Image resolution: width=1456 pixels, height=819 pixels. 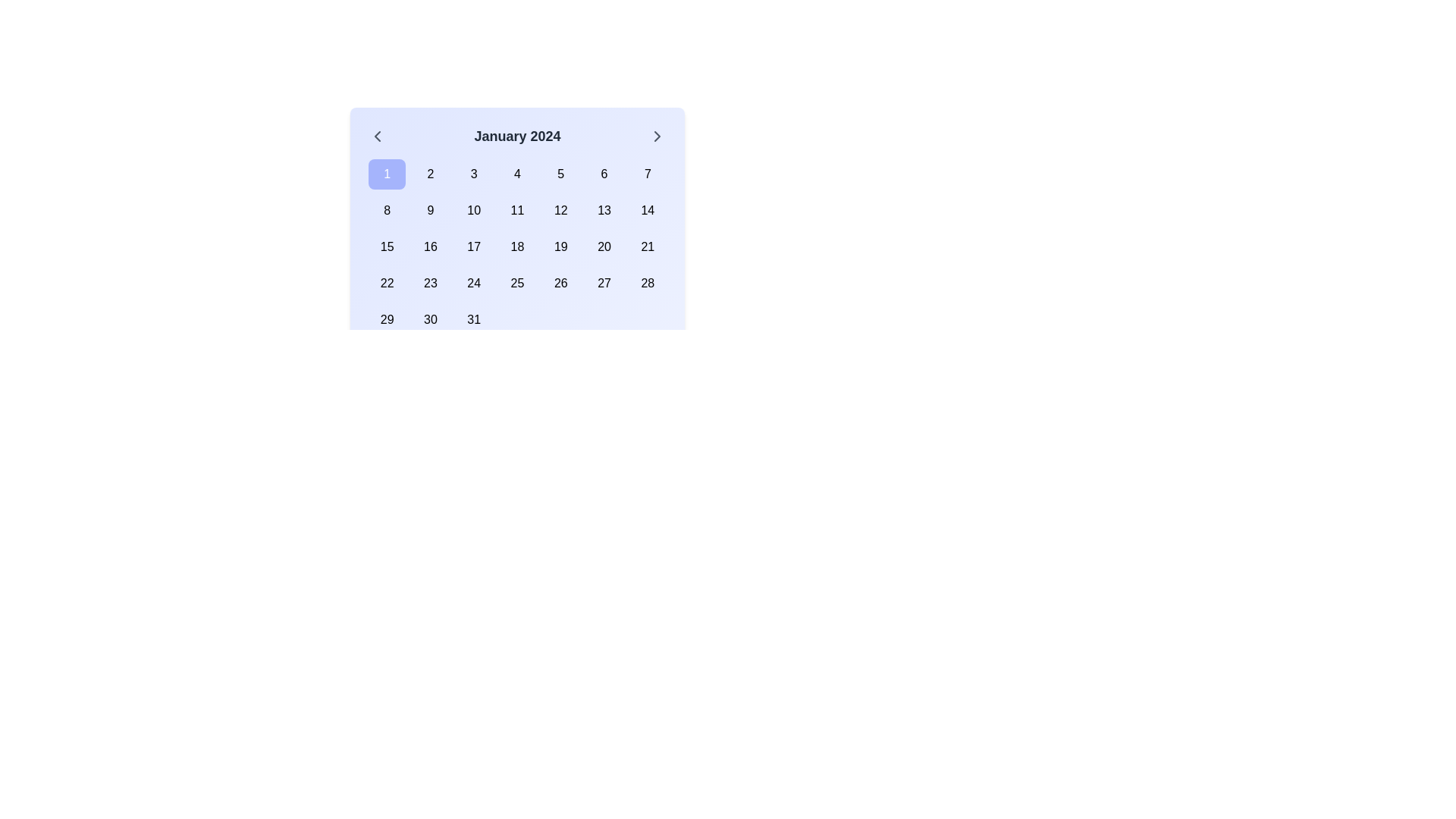 What do you see at coordinates (429, 318) in the screenshot?
I see `the date button '30' in the January 2024 calendar to activate additional effects` at bounding box center [429, 318].